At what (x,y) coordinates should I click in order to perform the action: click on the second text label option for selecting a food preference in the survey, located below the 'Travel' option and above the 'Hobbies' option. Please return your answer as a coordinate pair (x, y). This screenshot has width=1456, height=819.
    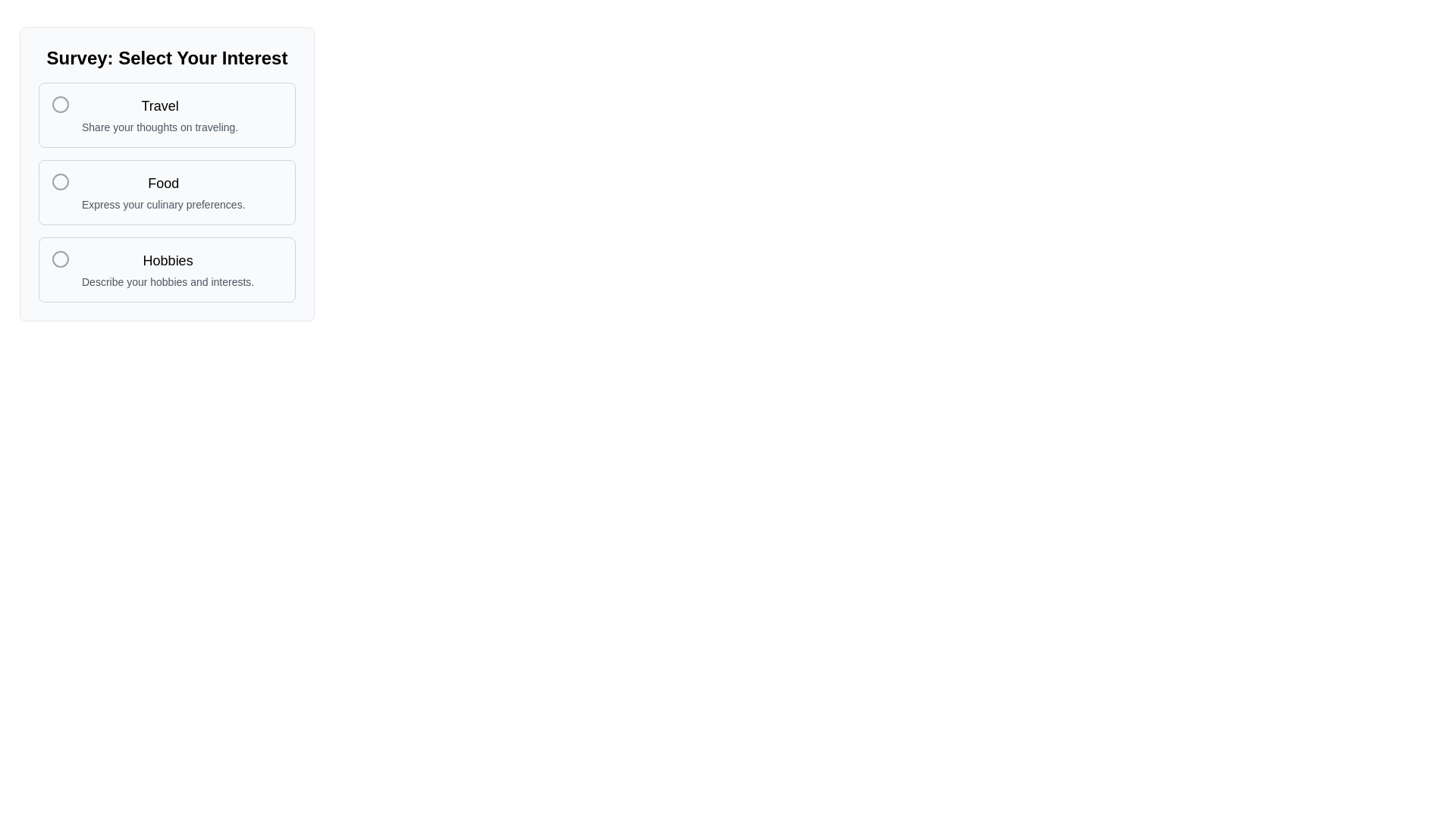
    Looking at the image, I should click on (163, 192).